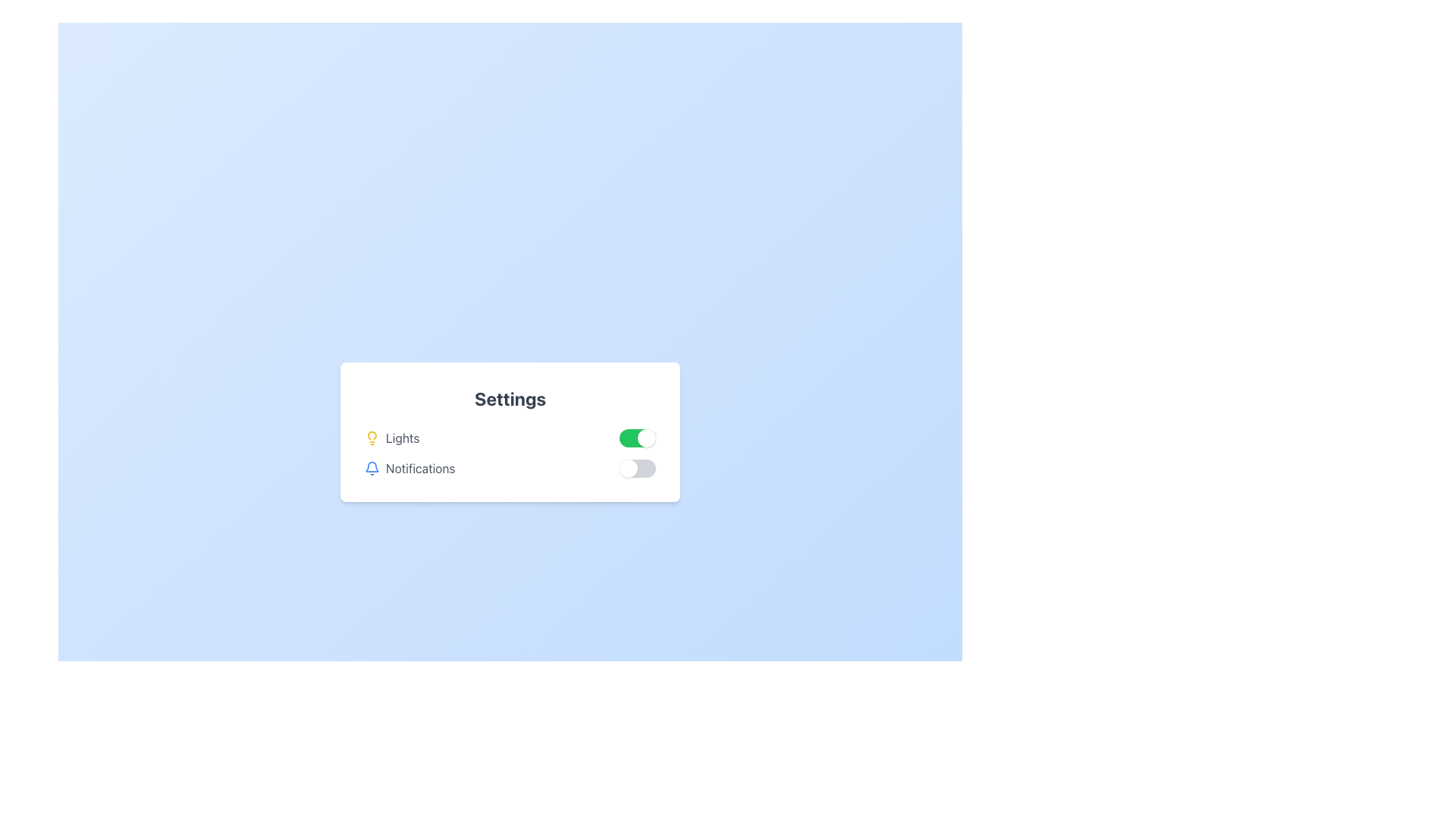 The height and width of the screenshot is (819, 1456). Describe the element at coordinates (403, 438) in the screenshot. I see `the text label displaying 'Lights', which is gray in color and located within the 'Settings' card component, next to the lightbulb icon` at that location.